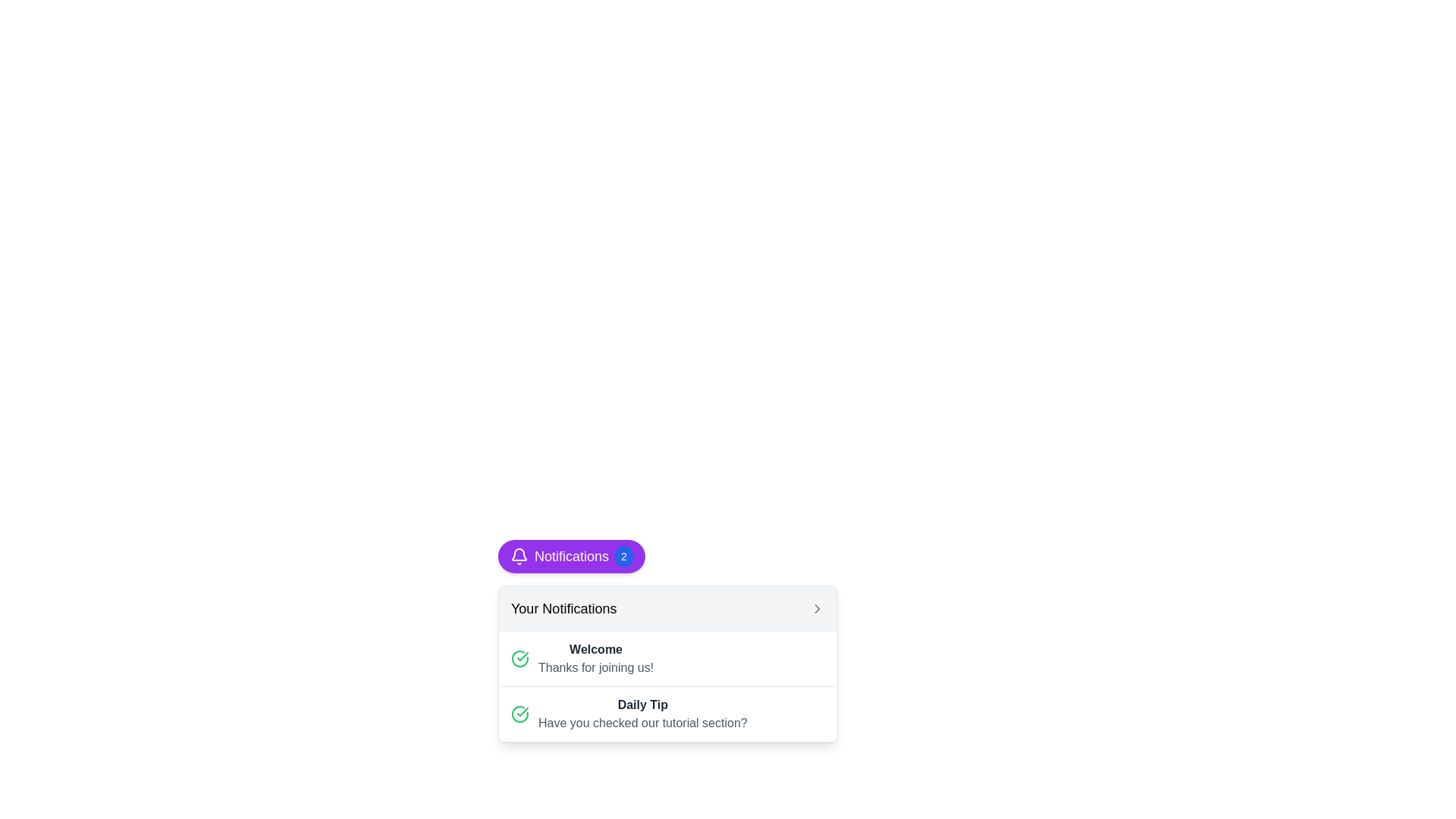  What do you see at coordinates (623, 556) in the screenshot?
I see `the small, circular badge with a blue background and the white number '2' centered within it, located at the top-right corner of the 'Notifications' button group` at bounding box center [623, 556].